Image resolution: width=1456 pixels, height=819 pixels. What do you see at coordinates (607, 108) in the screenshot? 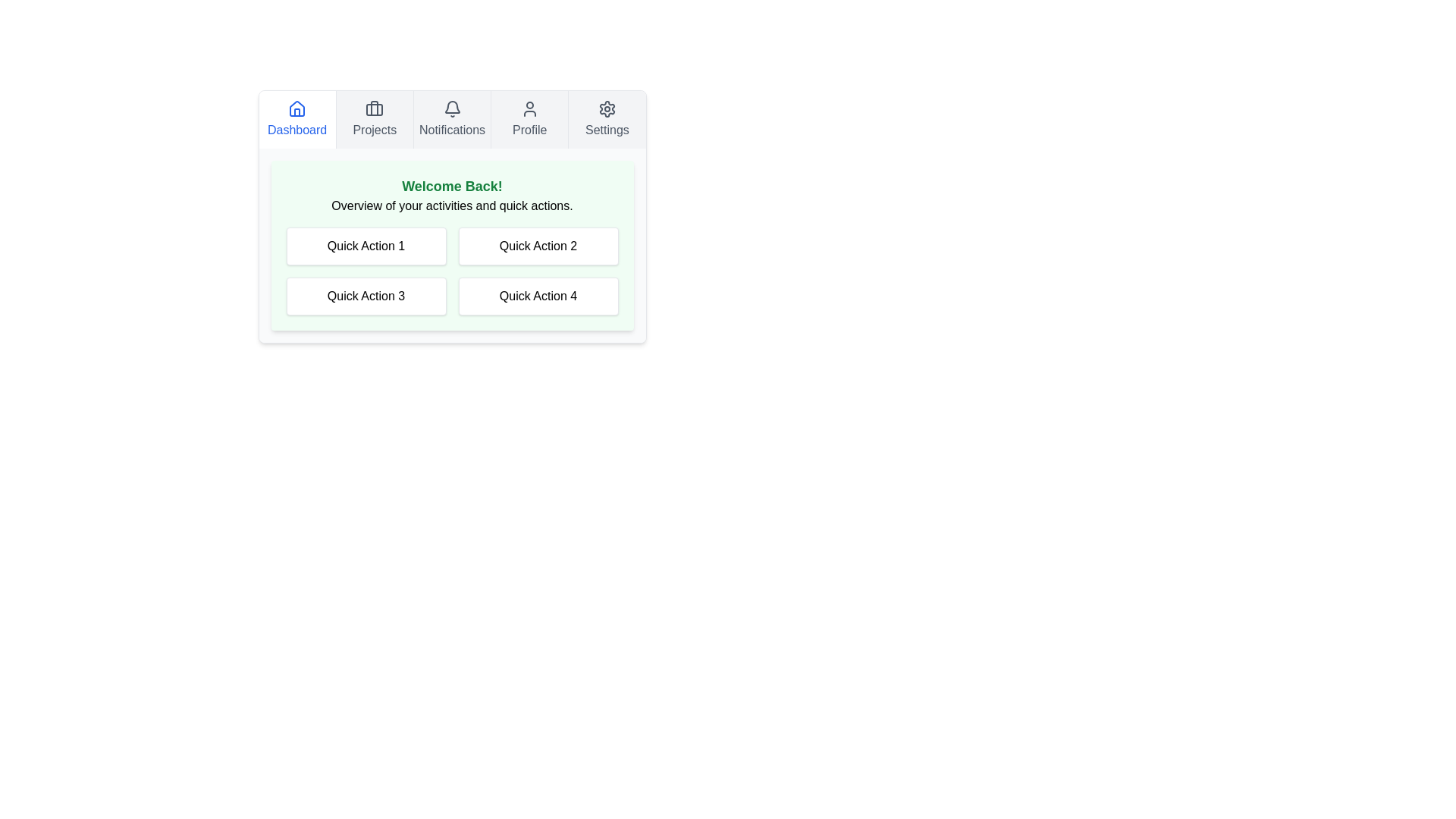
I see `the circular gear-like icon representing settings, located in the top-right corner of the navigation bar` at bounding box center [607, 108].